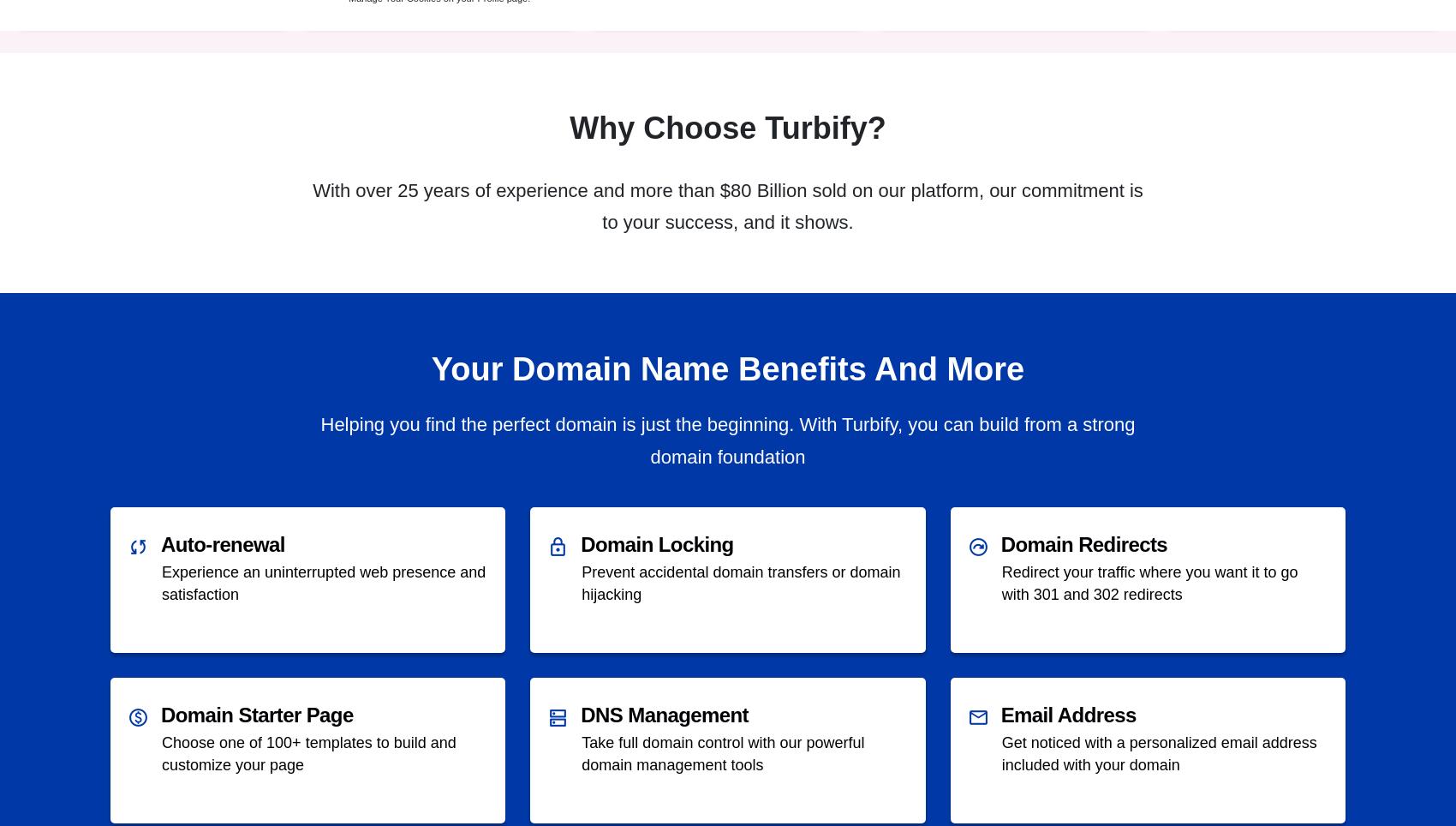 This screenshot has width=1456, height=826. Describe the element at coordinates (222, 544) in the screenshot. I see `'Auto-renewal'` at that location.